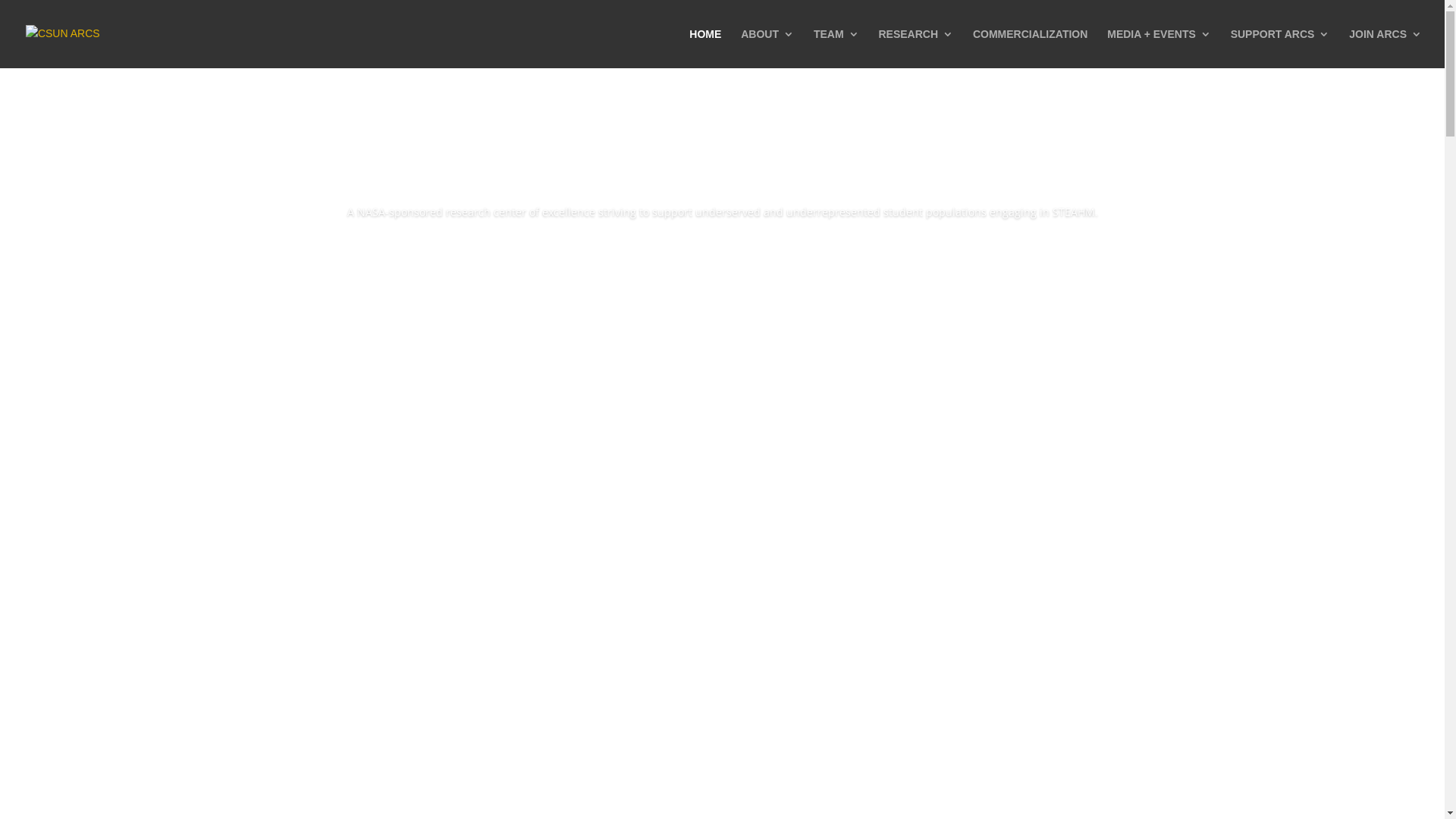 The width and height of the screenshot is (1456, 819). What do you see at coordinates (721, 254) in the screenshot?
I see `'LEARN MORE'` at bounding box center [721, 254].